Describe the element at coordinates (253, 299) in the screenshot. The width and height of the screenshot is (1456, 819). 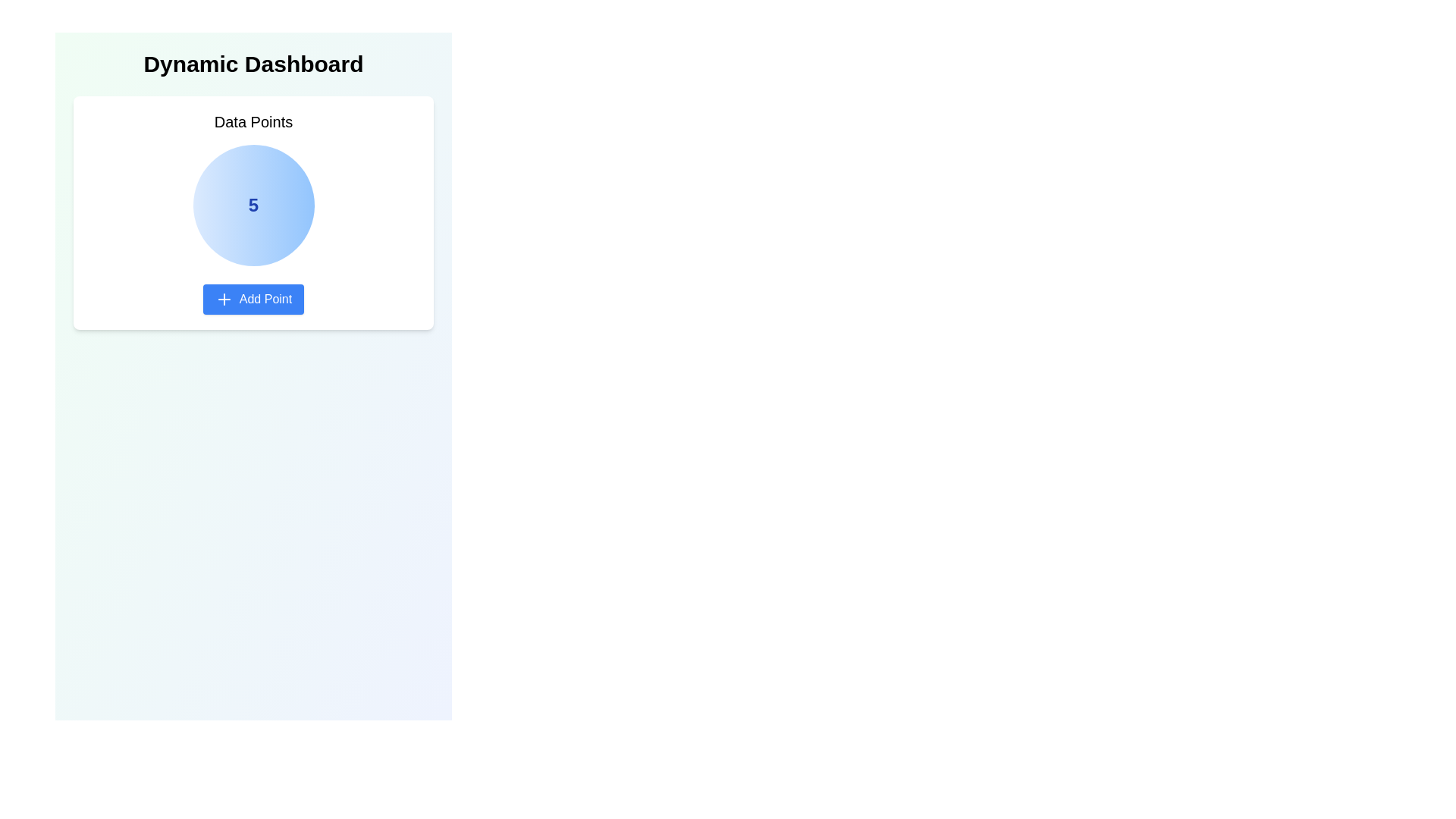
I see `the button located at the bottom of a white card with rounded corners, which adds a new data point to the system` at that location.